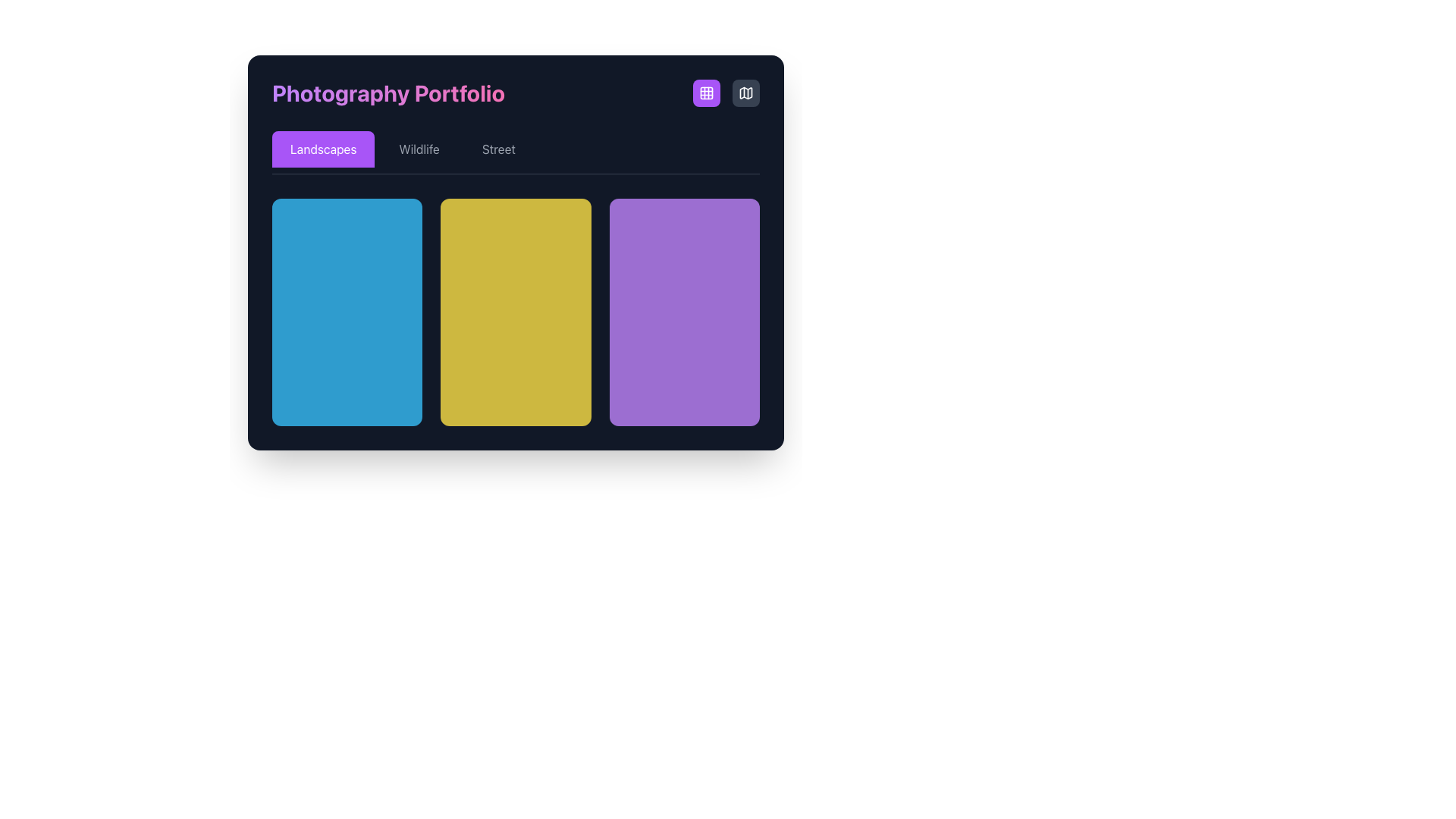 The width and height of the screenshot is (1456, 819). What do you see at coordinates (745, 93) in the screenshot?
I see `the small, square button with a dark gray background and a white map icon located at the top-right corner of the interface` at bounding box center [745, 93].